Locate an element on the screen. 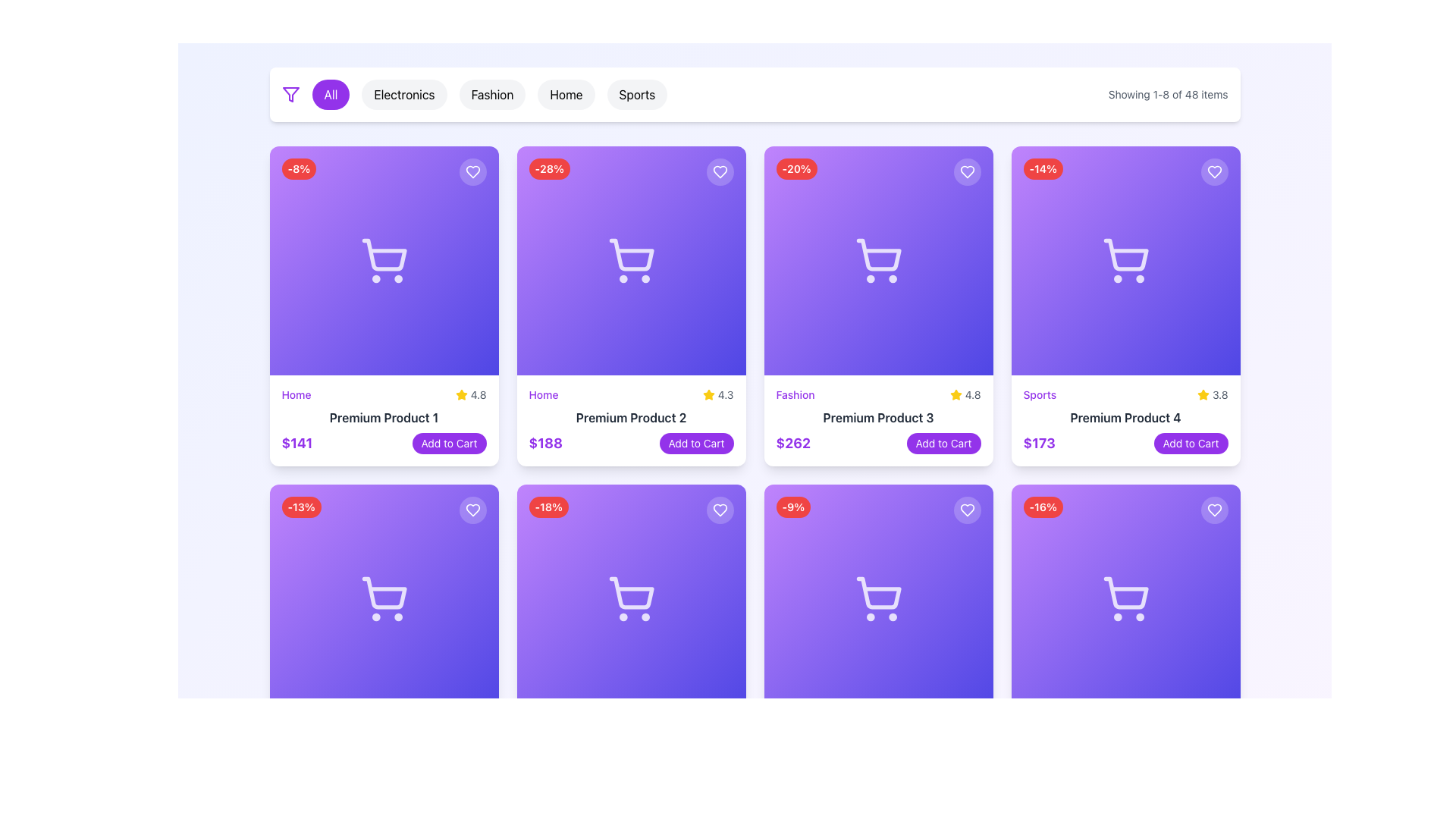 The image size is (1456, 819). the heart icon button located at the top right corner of the card for 'Premium Product 3' to mark the item as a favorite is located at coordinates (966, 510).